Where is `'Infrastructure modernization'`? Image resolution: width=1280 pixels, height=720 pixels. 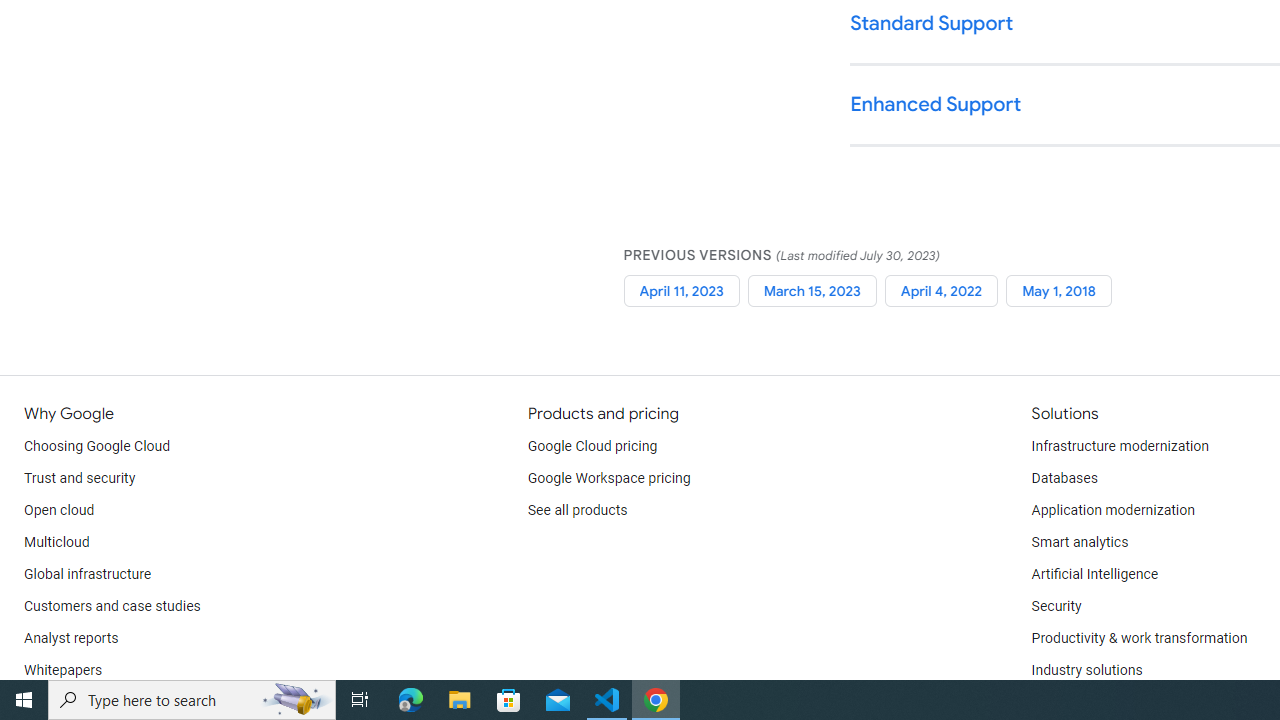
'Infrastructure modernization' is located at coordinates (1120, 446).